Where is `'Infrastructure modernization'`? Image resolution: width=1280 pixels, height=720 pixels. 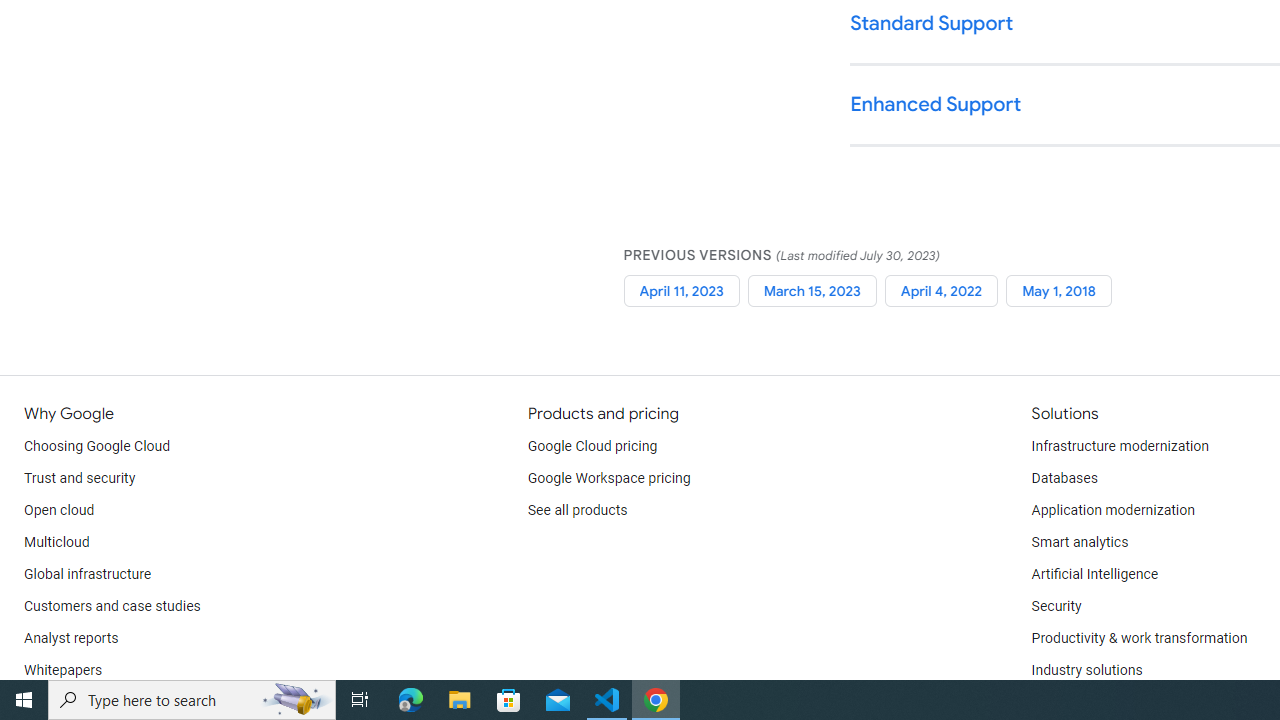
'Infrastructure modernization' is located at coordinates (1120, 446).